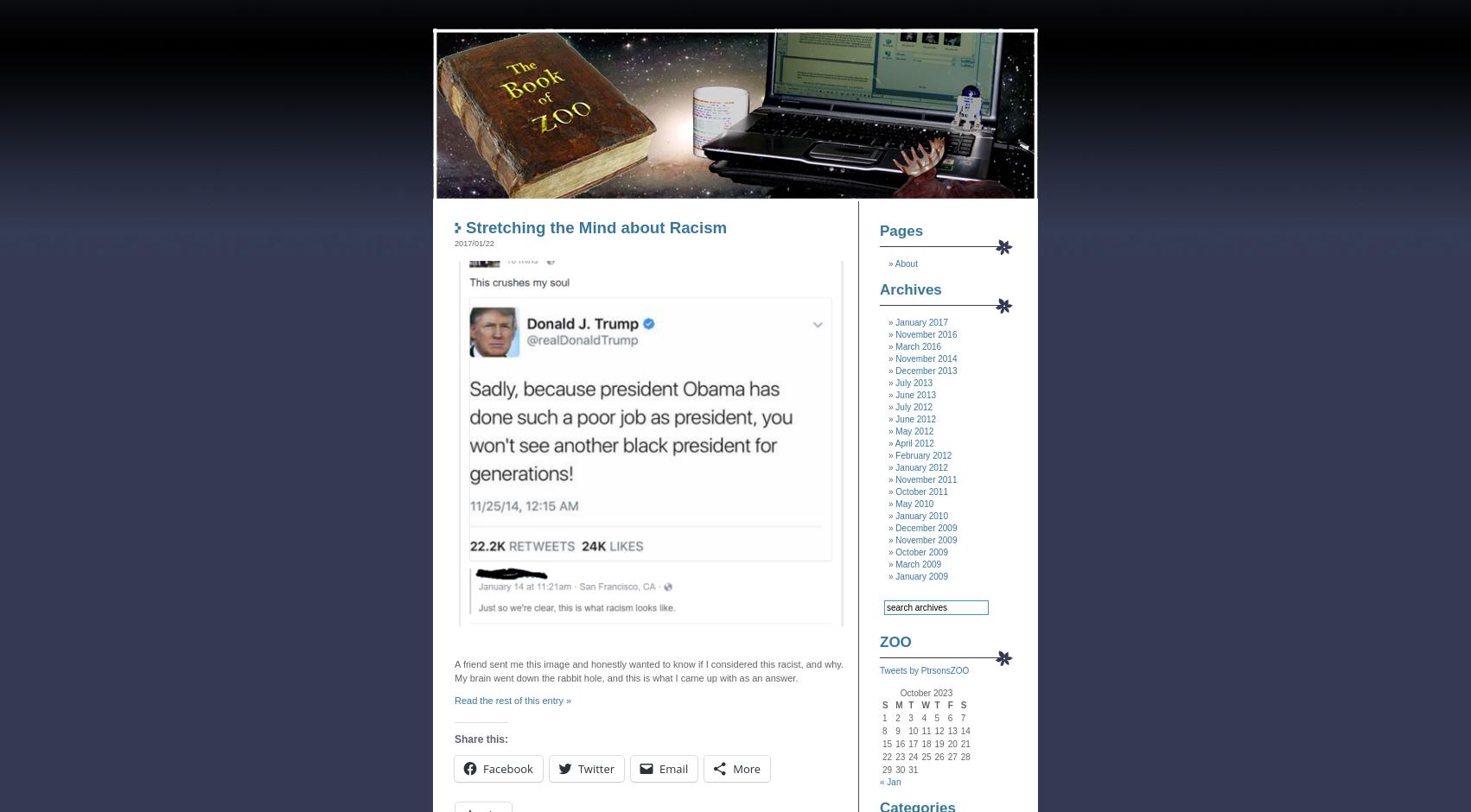 This screenshot has height=812, width=1471. I want to click on '9', so click(896, 730).